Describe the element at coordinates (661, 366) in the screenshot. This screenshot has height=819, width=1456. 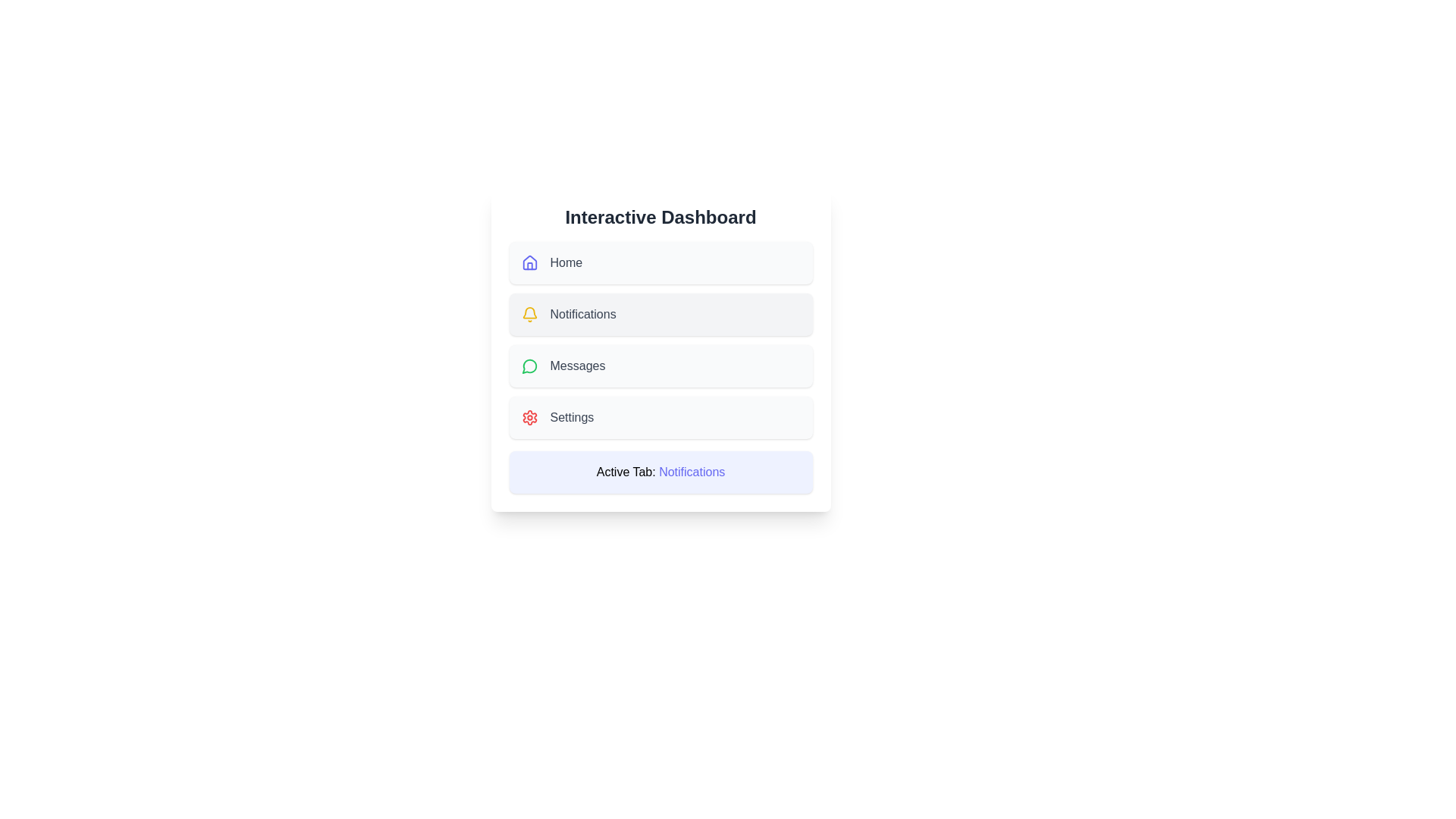
I see `the menu button labeled Messages` at that location.